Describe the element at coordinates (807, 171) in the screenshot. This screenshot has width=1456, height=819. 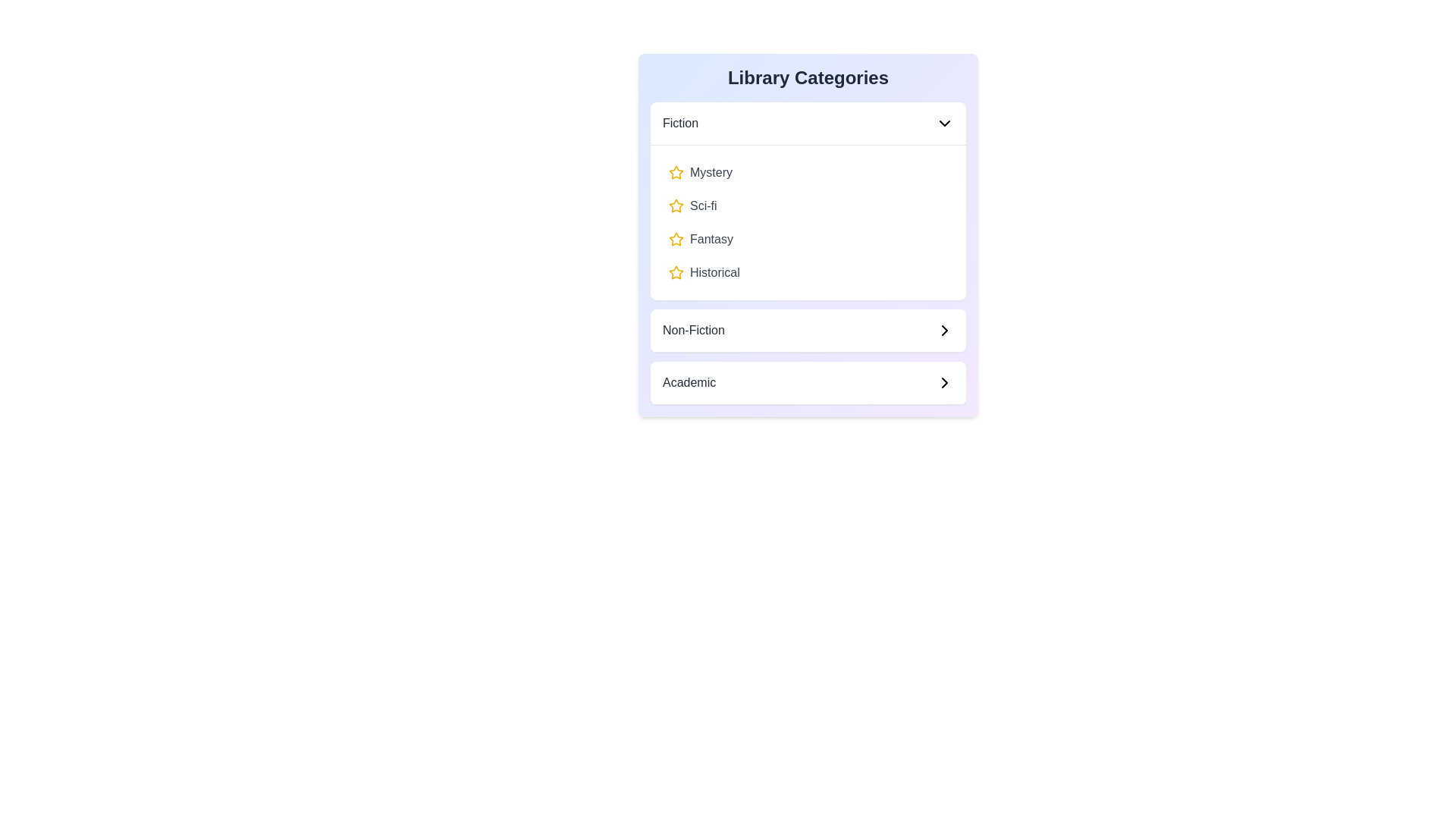
I see `the item Mystery from the expanded 'Fiction' category` at that location.